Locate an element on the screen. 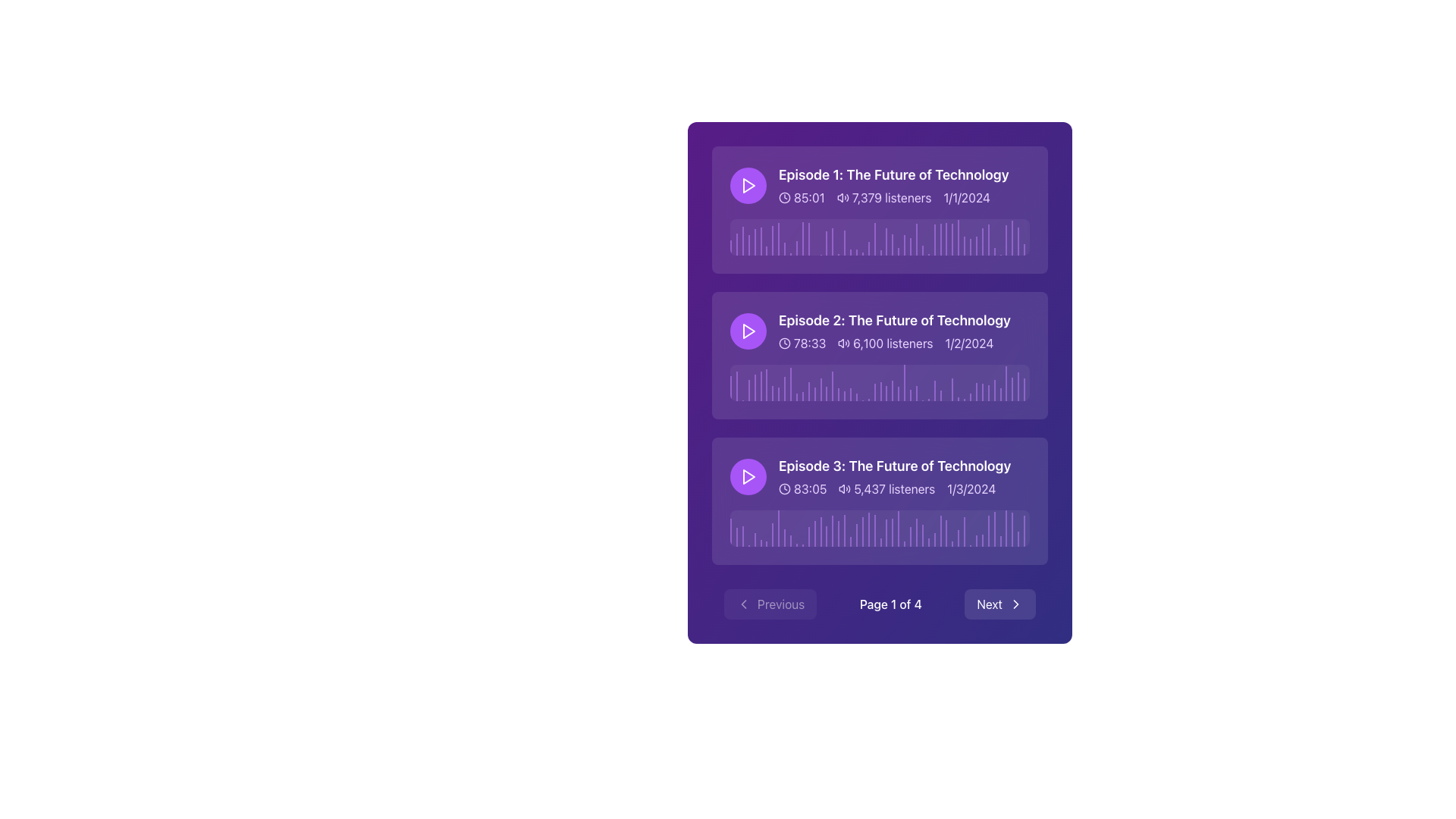 This screenshot has width=1456, height=819. the 28th vertical Waveform segment bar, which is a purple translucent line within the audio waveform in the second card of the list is located at coordinates (893, 390).